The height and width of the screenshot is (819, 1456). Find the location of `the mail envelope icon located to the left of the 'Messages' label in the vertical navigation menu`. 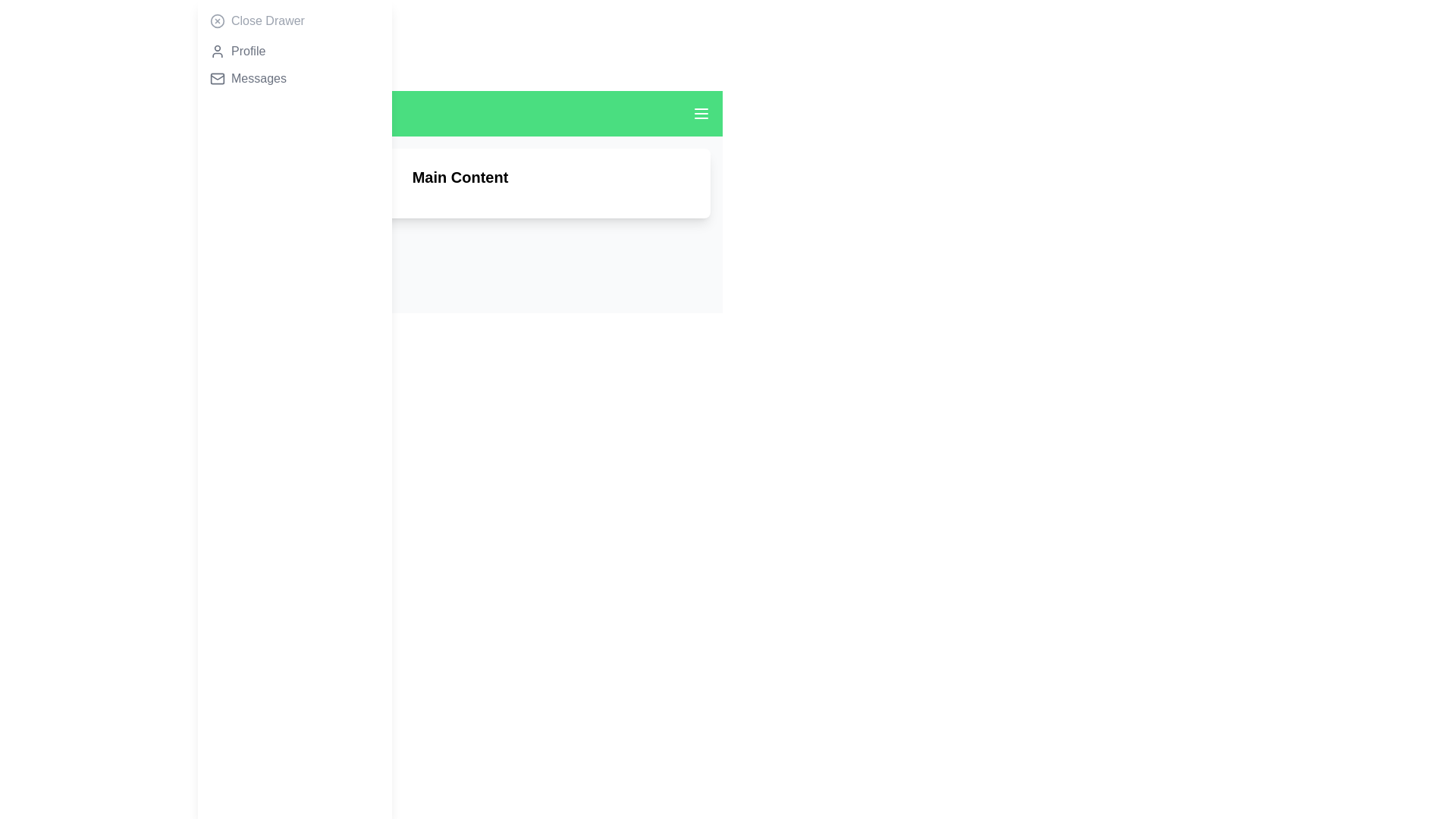

the mail envelope icon located to the left of the 'Messages' label in the vertical navigation menu is located at coordinates (217, 79).